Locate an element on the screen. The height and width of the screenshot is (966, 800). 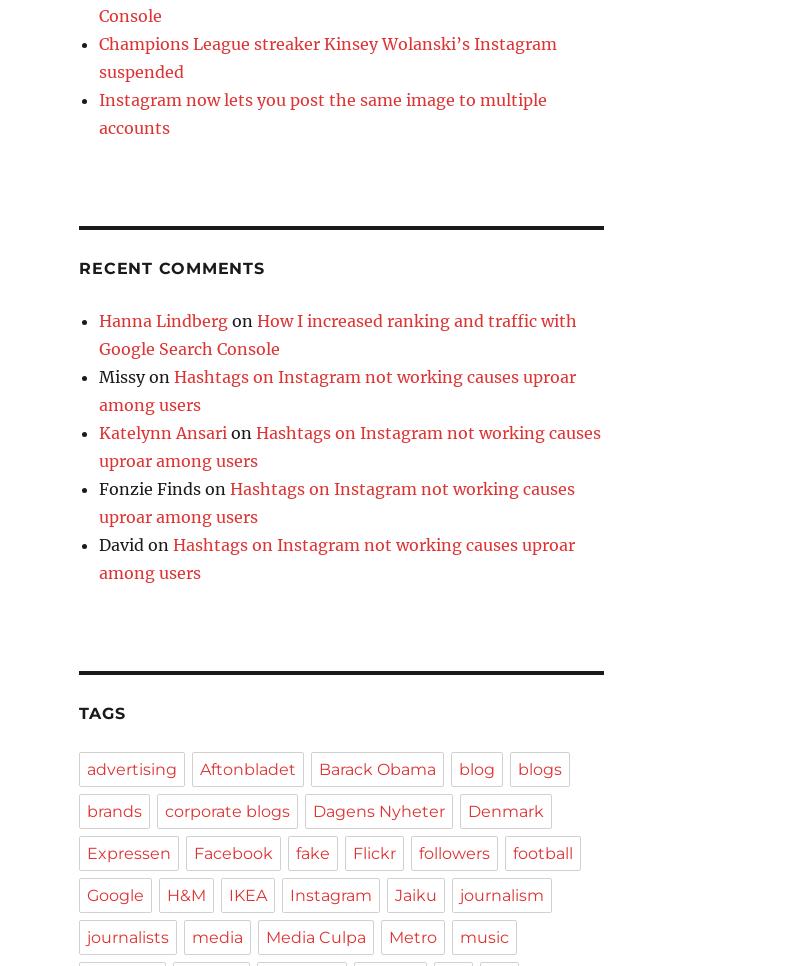
'Recent Comments' is located at coordinates (79, 268).